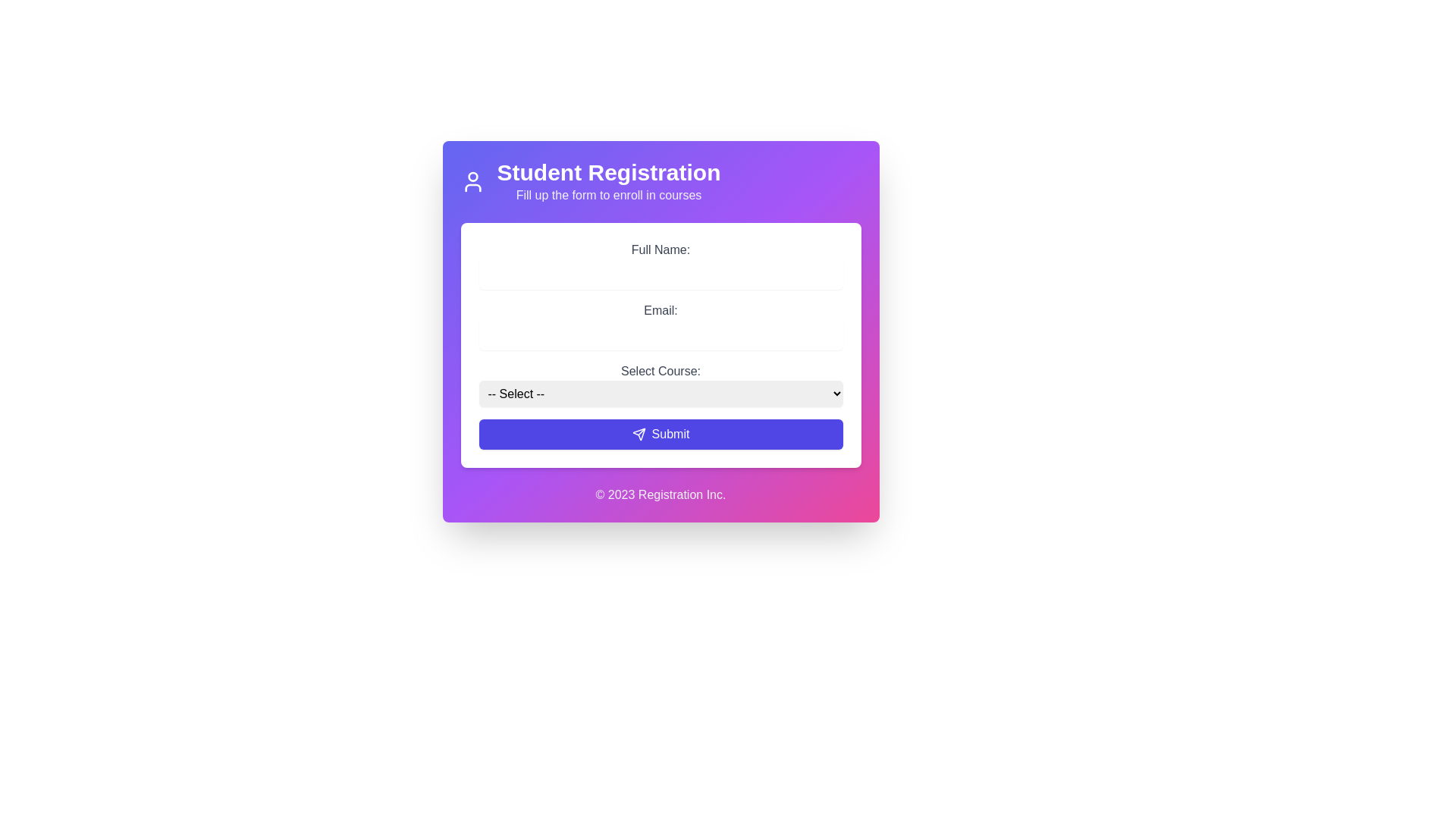  What do you see at coordinates (608, 180) in the screenshot?
I see `the textual heading 'Student Registration' which consists of two lines, with the first line in bold and larger font, and the second line in a lighter weight, smaller font, both centered against a blue to purple gradient background` at bounding box center [608, 180].